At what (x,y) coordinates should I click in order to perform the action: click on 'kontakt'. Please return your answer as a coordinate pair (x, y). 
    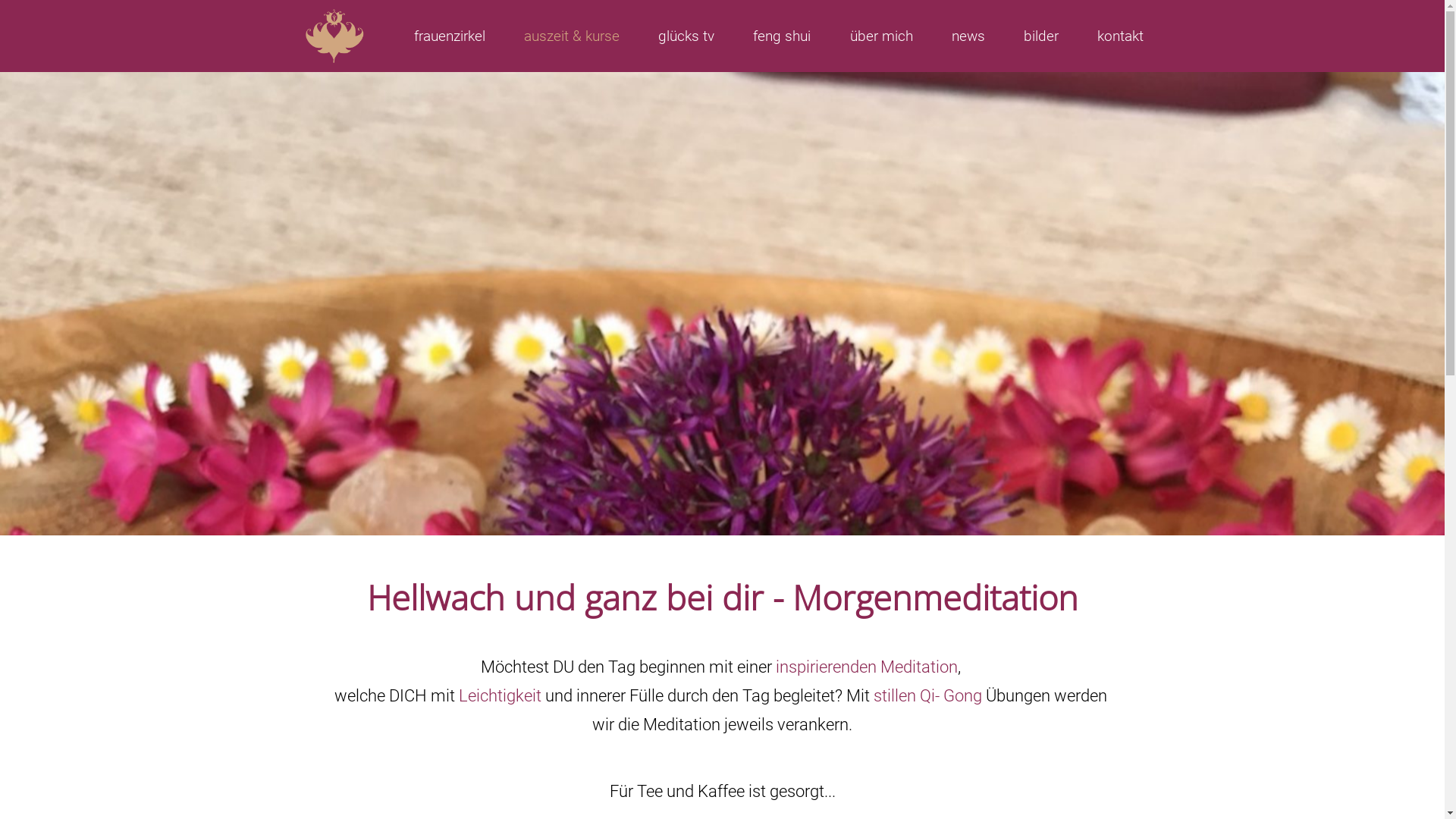
    Looking at the image, I should click on (1121, 35).